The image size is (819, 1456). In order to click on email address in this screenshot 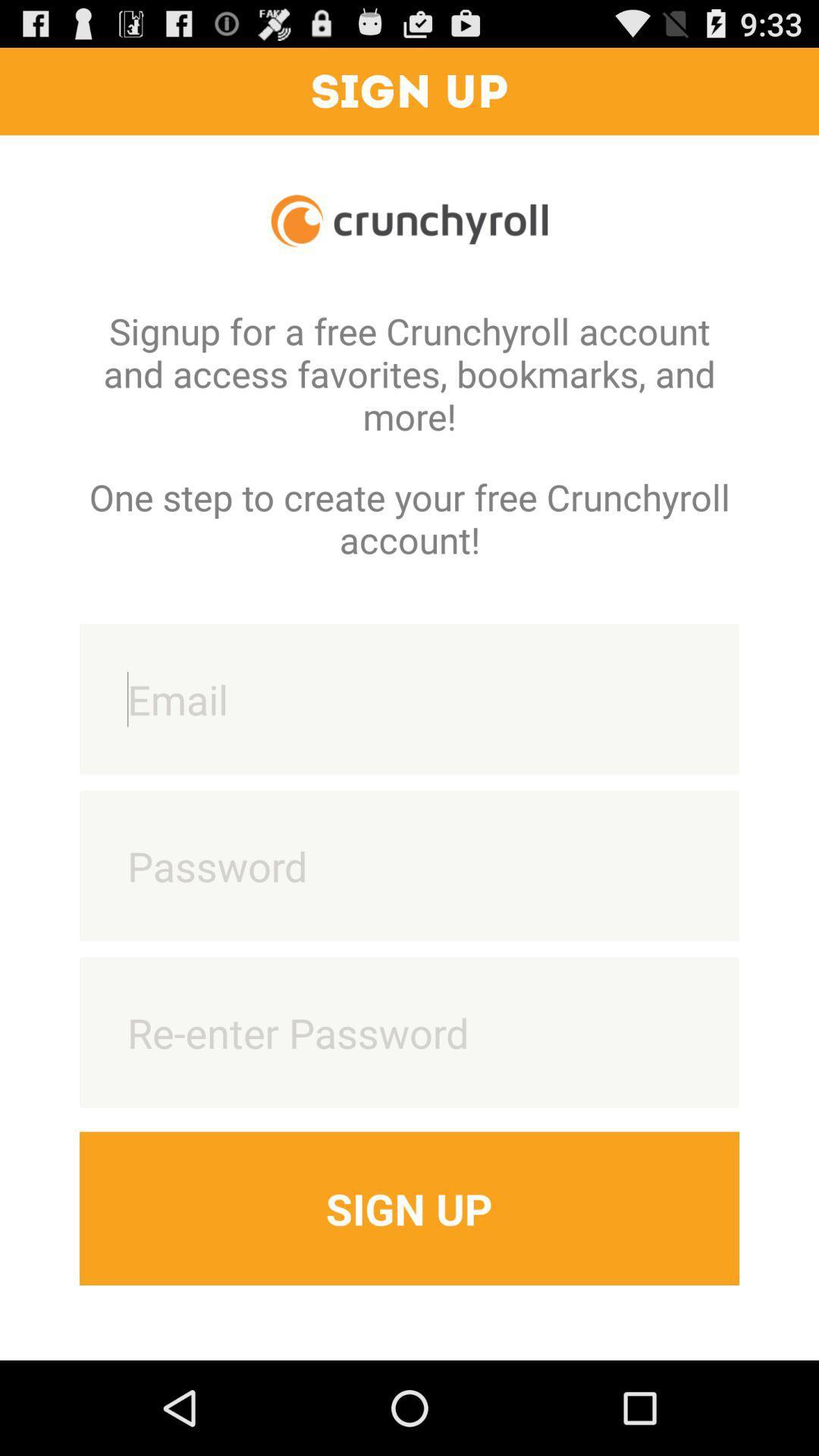, I will do `click(409, 698)`.